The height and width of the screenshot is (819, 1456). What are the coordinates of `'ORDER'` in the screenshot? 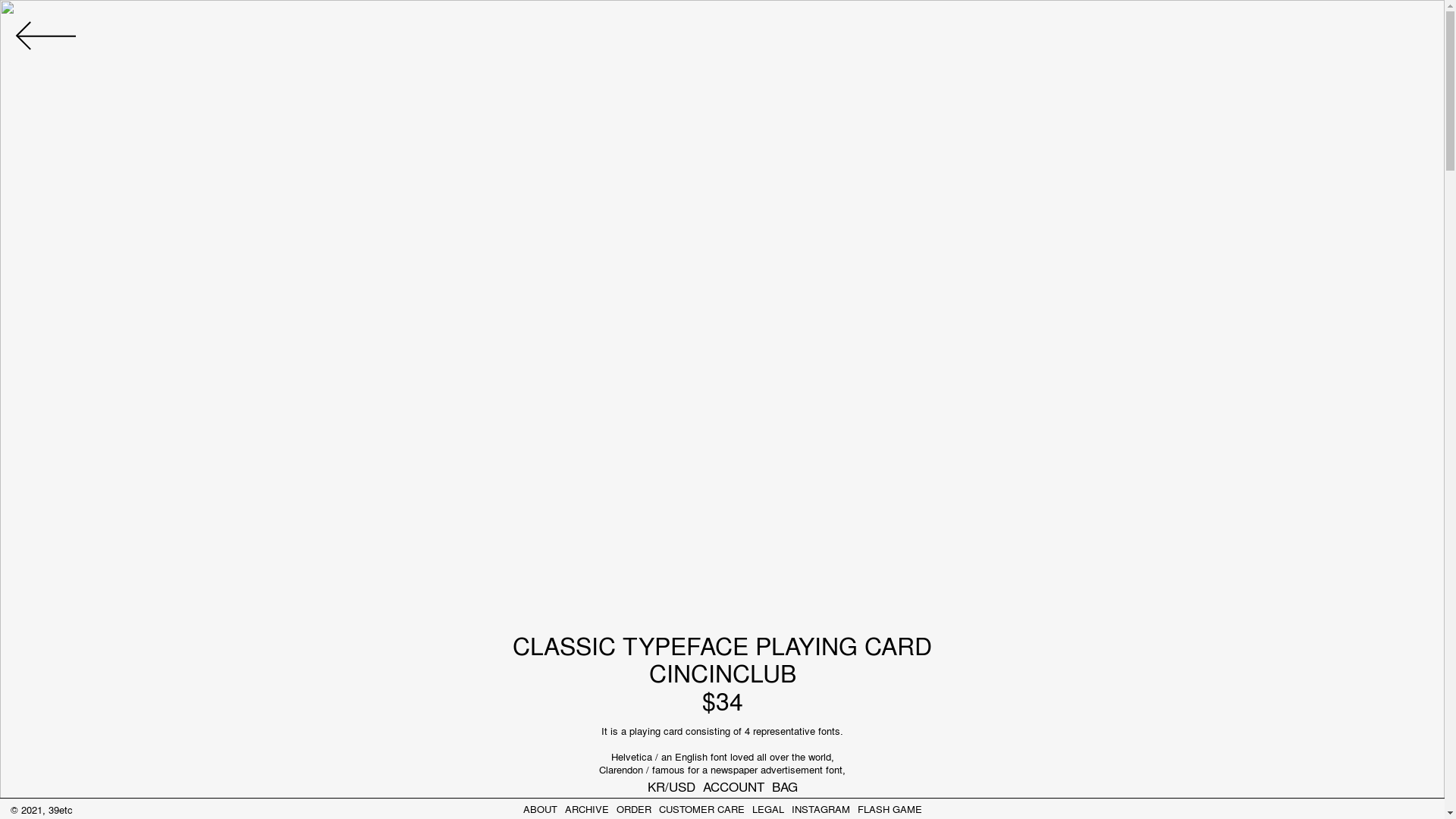 It's located at (615, 808).